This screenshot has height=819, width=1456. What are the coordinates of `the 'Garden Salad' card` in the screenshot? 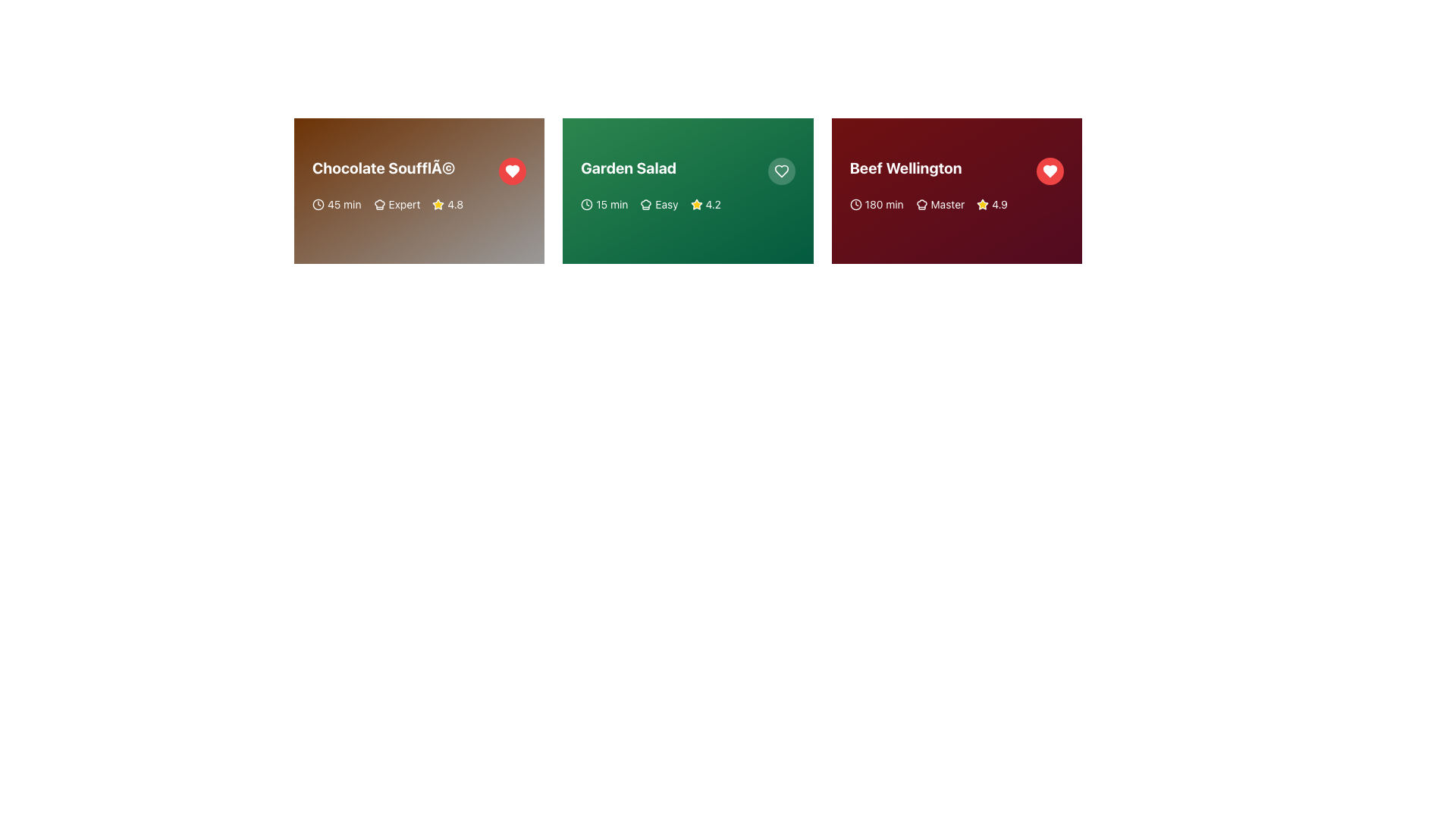 It's located at (687, 190).